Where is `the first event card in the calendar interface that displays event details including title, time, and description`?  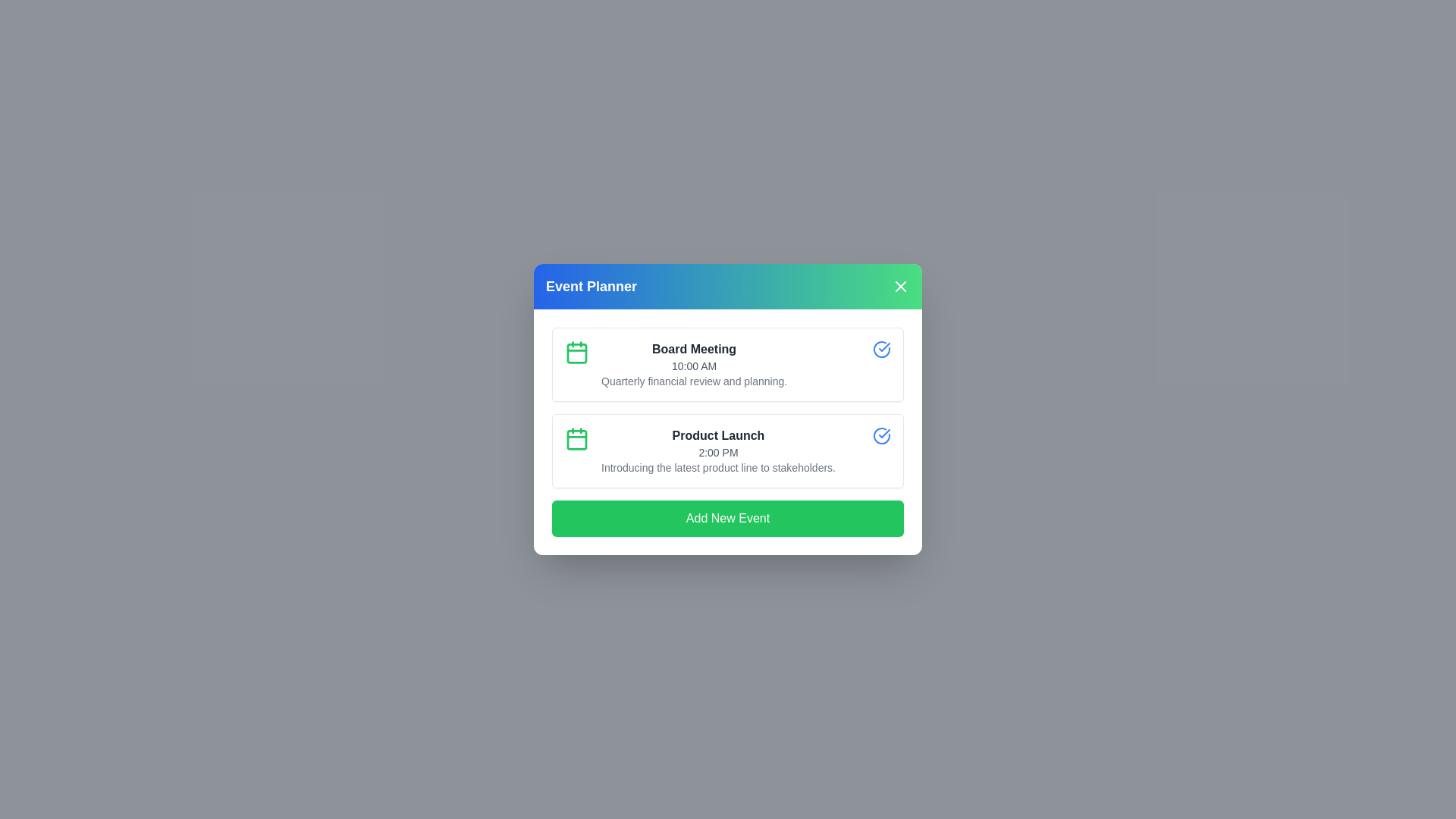
the first event card in the calendar interface that displays event details including title, time, and description is located at coordinates (728, 365).